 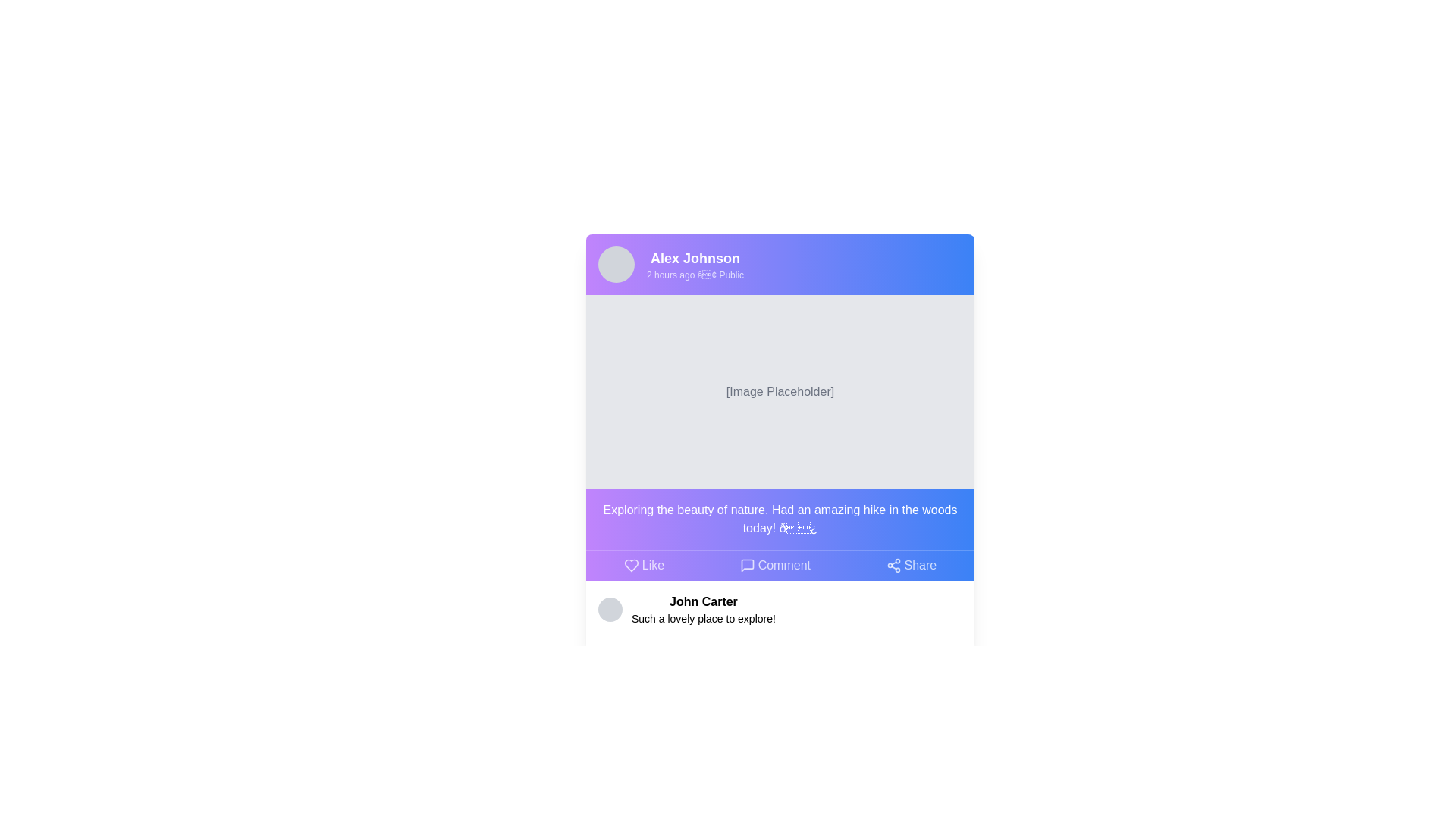 What do you see at coordinates (631, 565) in the screenshot?
I see `the heart icon within the 'Like' button, which serves as a visual indicator for the liking action, located to the left of the text 'Like'` at bounding box center [631, 565].